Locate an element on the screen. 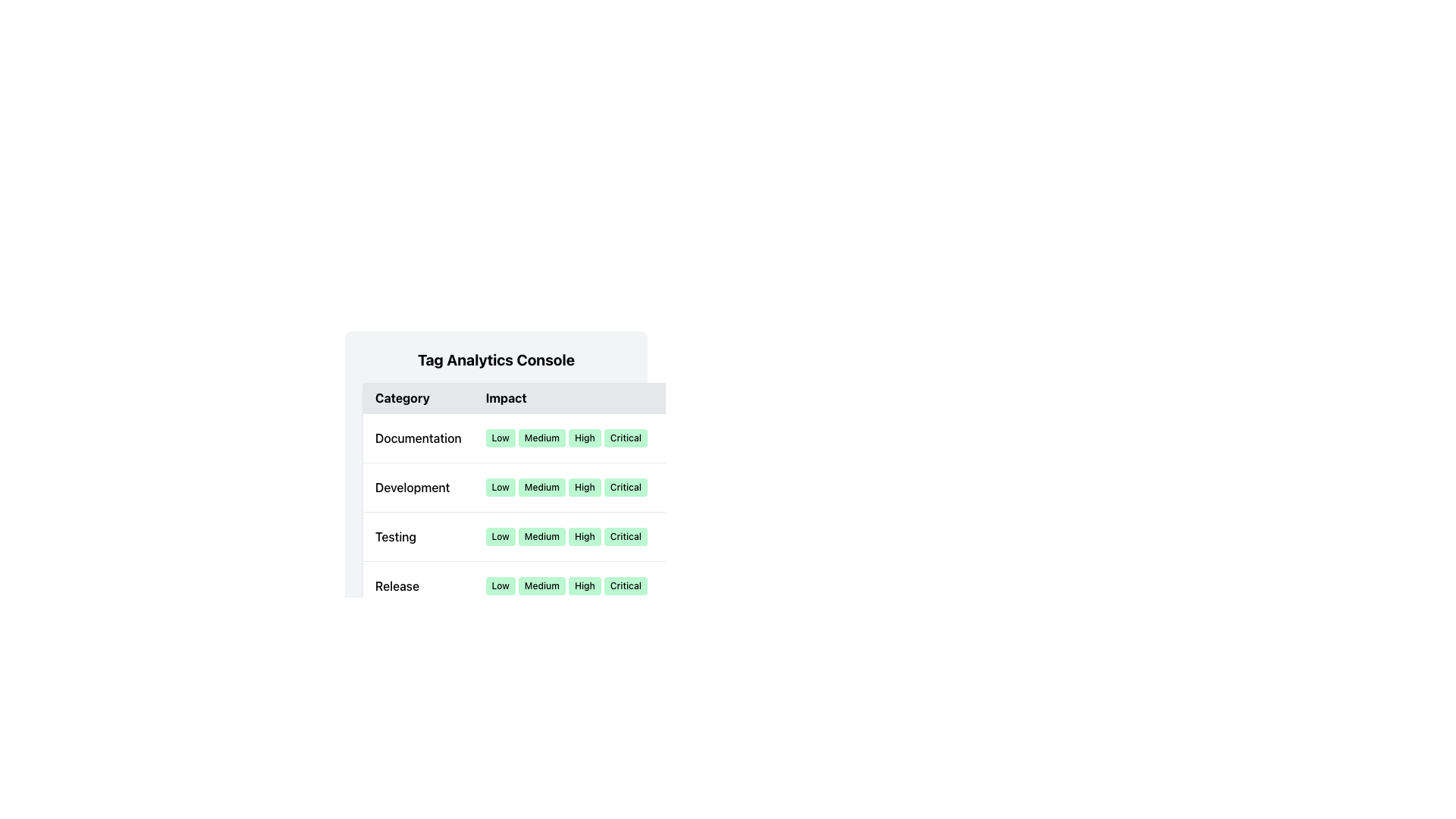  the A row of styled labels or tags in the Tag Analytics Console is located at coordinates (566, 585).